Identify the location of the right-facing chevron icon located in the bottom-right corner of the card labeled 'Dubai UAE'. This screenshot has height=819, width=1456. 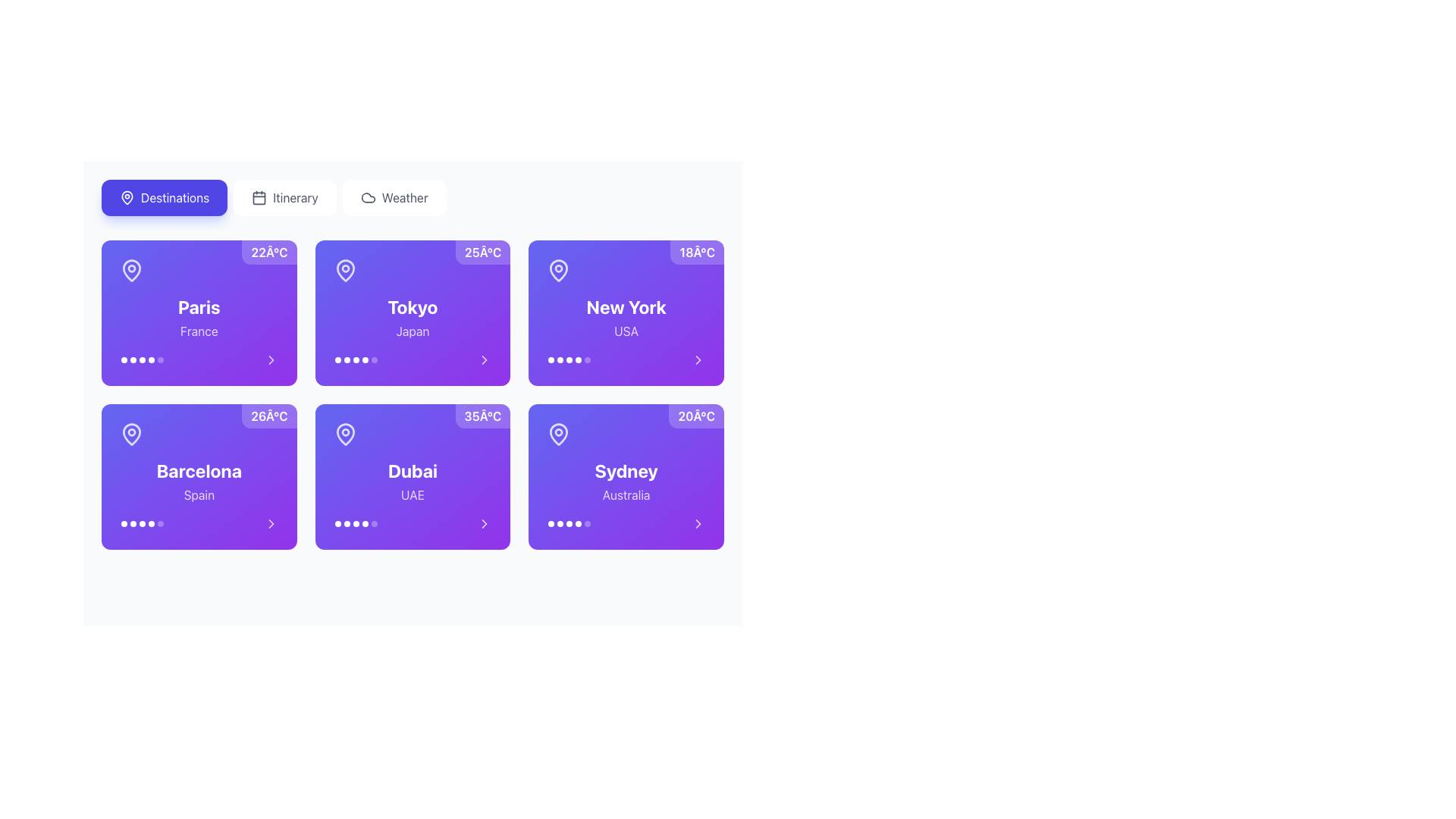
(484, 522).